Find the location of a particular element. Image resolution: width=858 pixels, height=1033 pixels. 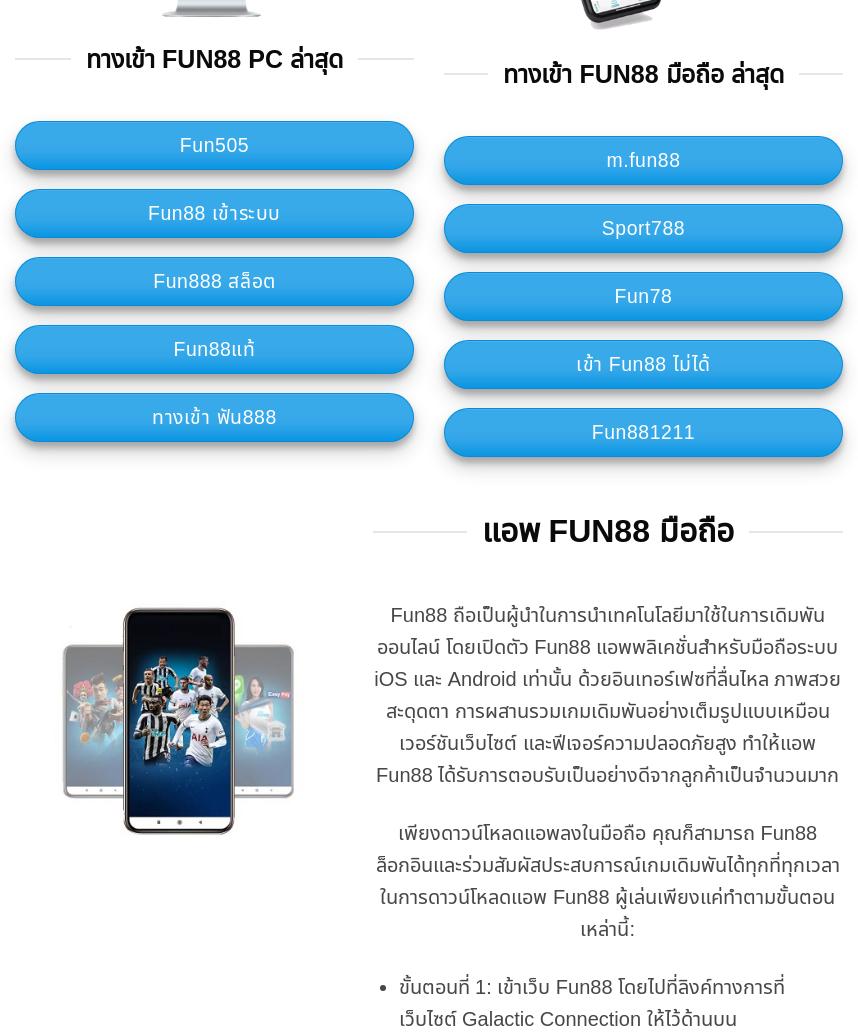

'ทางเข้า Fun88 PC ล่าสุด' is located at coordinates (213, 57).